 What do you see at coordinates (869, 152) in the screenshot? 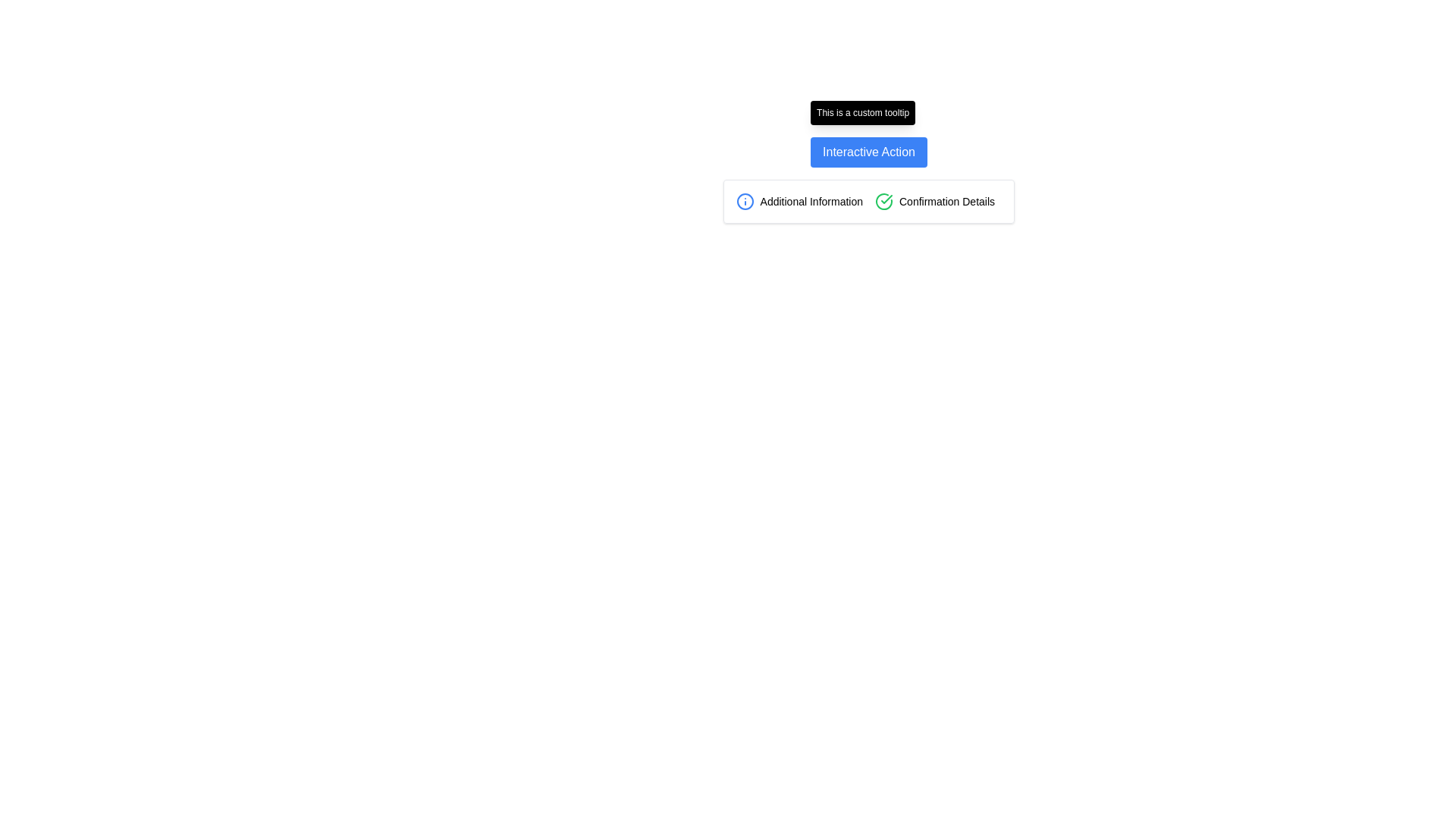
I see `the rectangular button labeled 'Interactive Action' with a blue background` at bounding box center [869, 152].